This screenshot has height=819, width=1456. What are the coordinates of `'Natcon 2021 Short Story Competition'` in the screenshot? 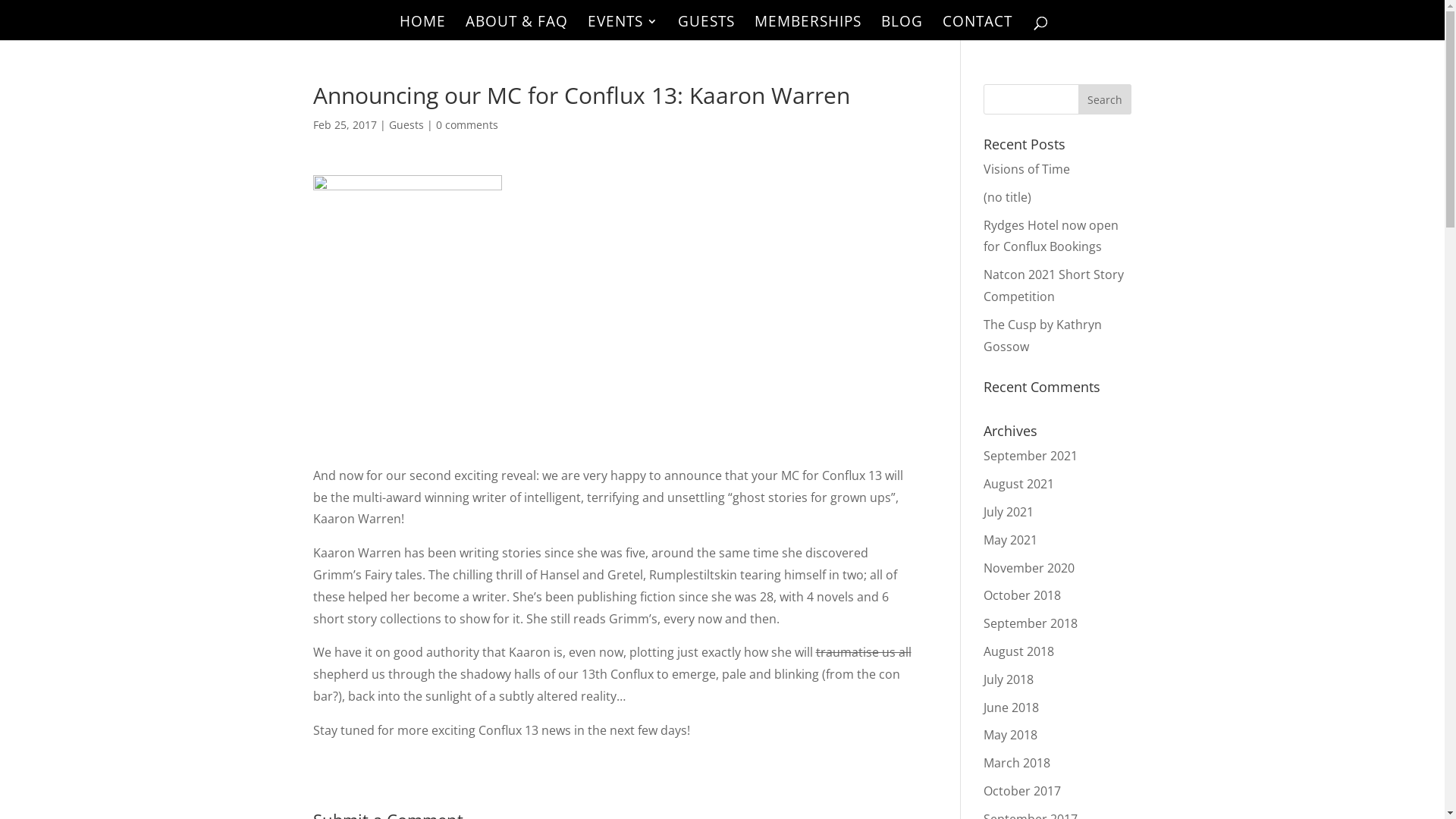 It's located at (1053, 285).